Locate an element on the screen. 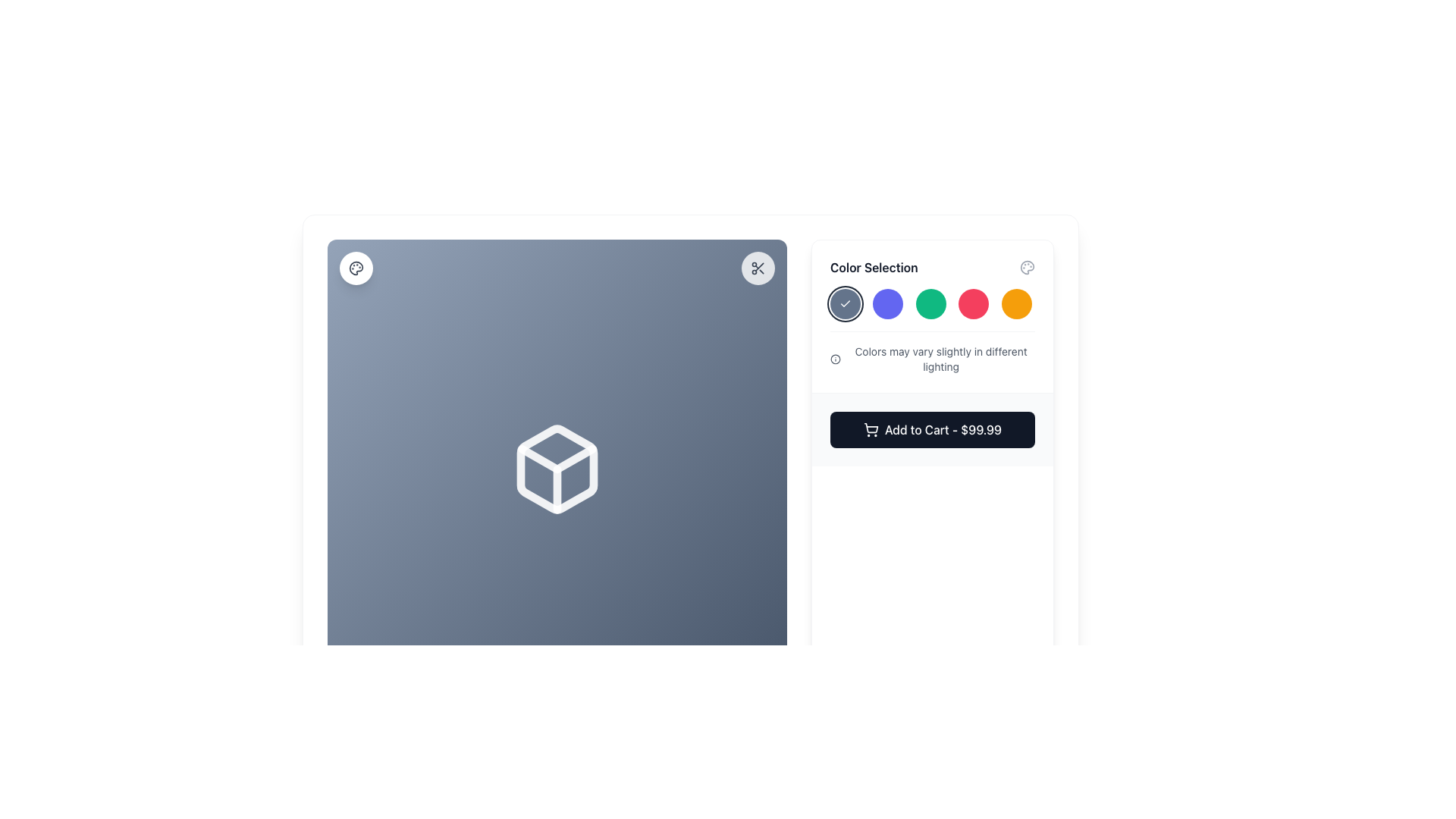  the horizontal row of five circular color selectors in the 'Color Selection' section is located at coordinates (931, 304).